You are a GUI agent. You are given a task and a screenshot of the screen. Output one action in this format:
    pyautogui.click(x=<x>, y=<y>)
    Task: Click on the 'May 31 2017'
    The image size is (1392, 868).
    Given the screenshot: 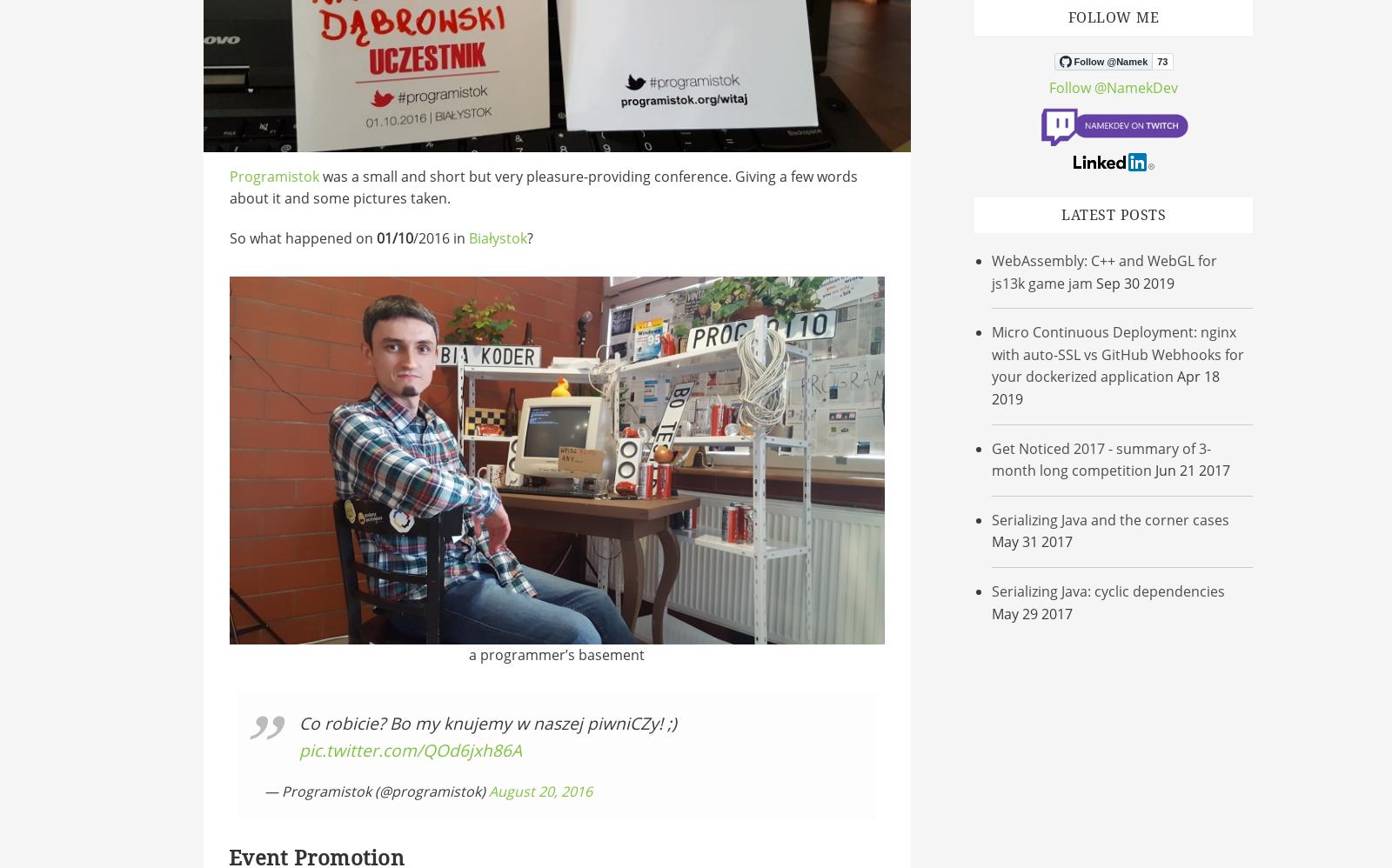 What is the action you would take?
    pyautogui.click(x=1032, y=541)
    